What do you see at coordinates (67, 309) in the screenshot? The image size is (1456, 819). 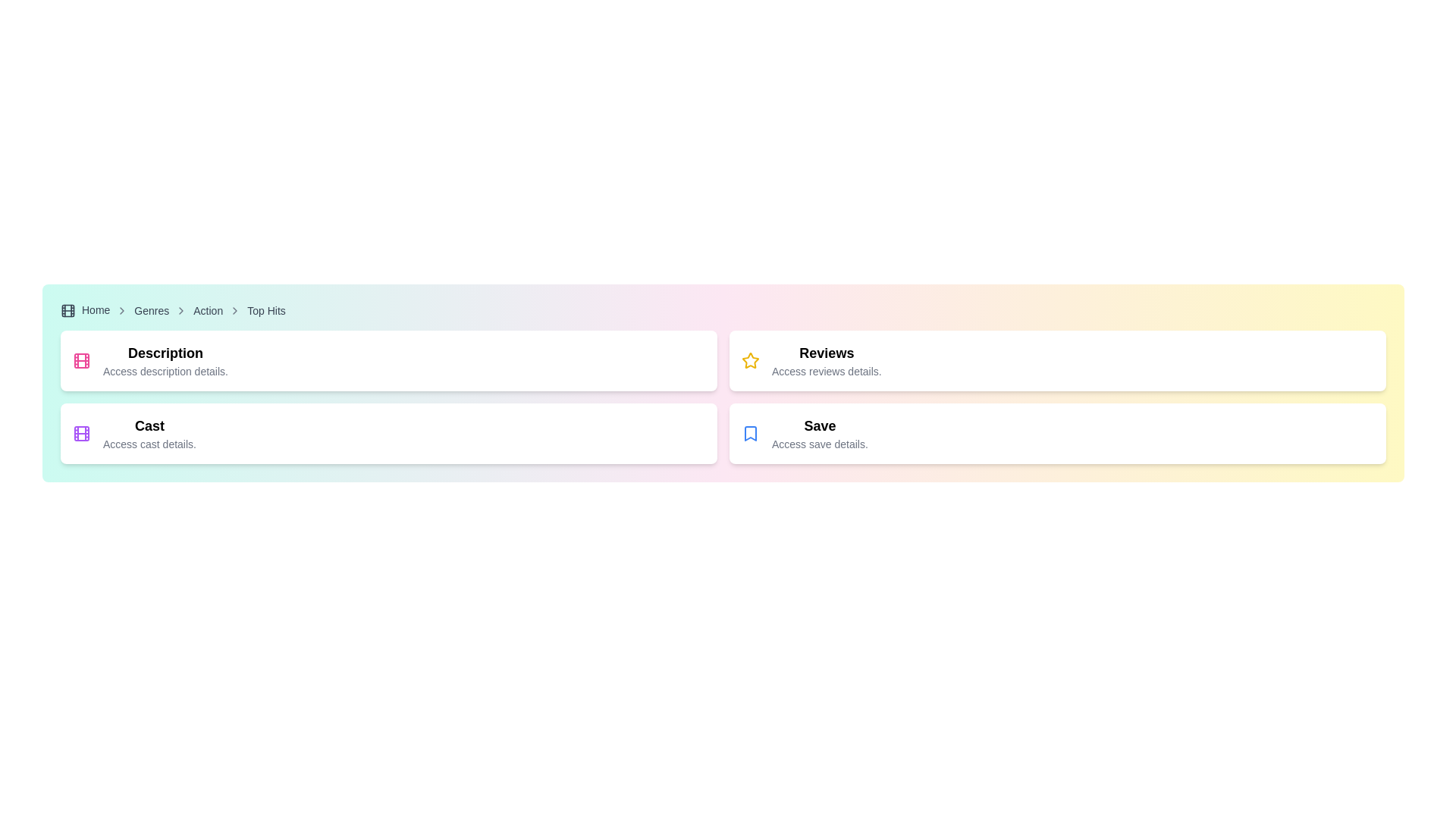 I see `the film strip icon located at the beginning of the breadcrumb navigation bar` at bounding box center [67, 309].